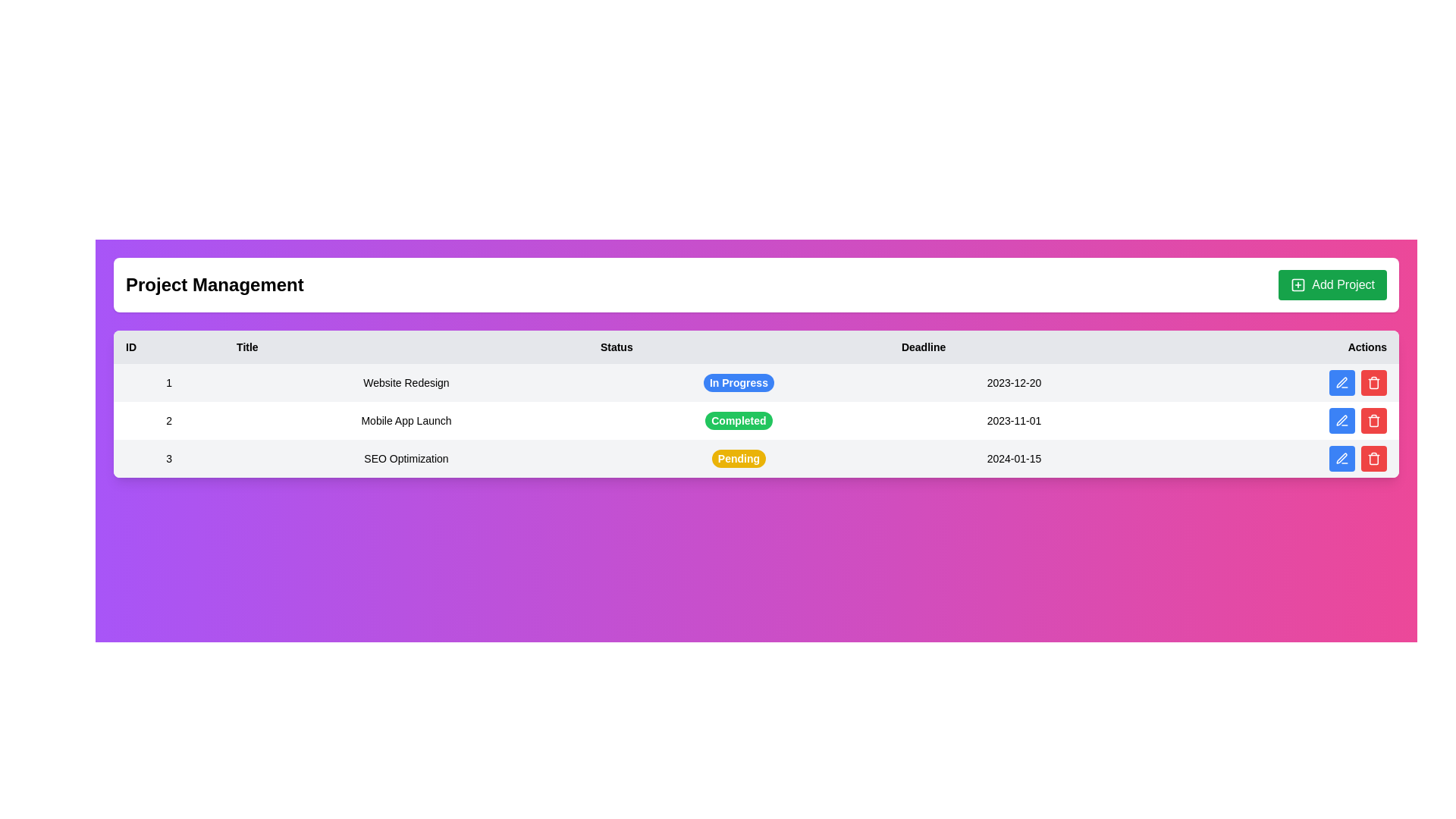  Describe the element at coordinates (1373, 459) in the screenshot. I see `the central part of the trash icon representing the deletion action in the 'Actions' column of the third row for the 'SEO Optimization' project` at that location.